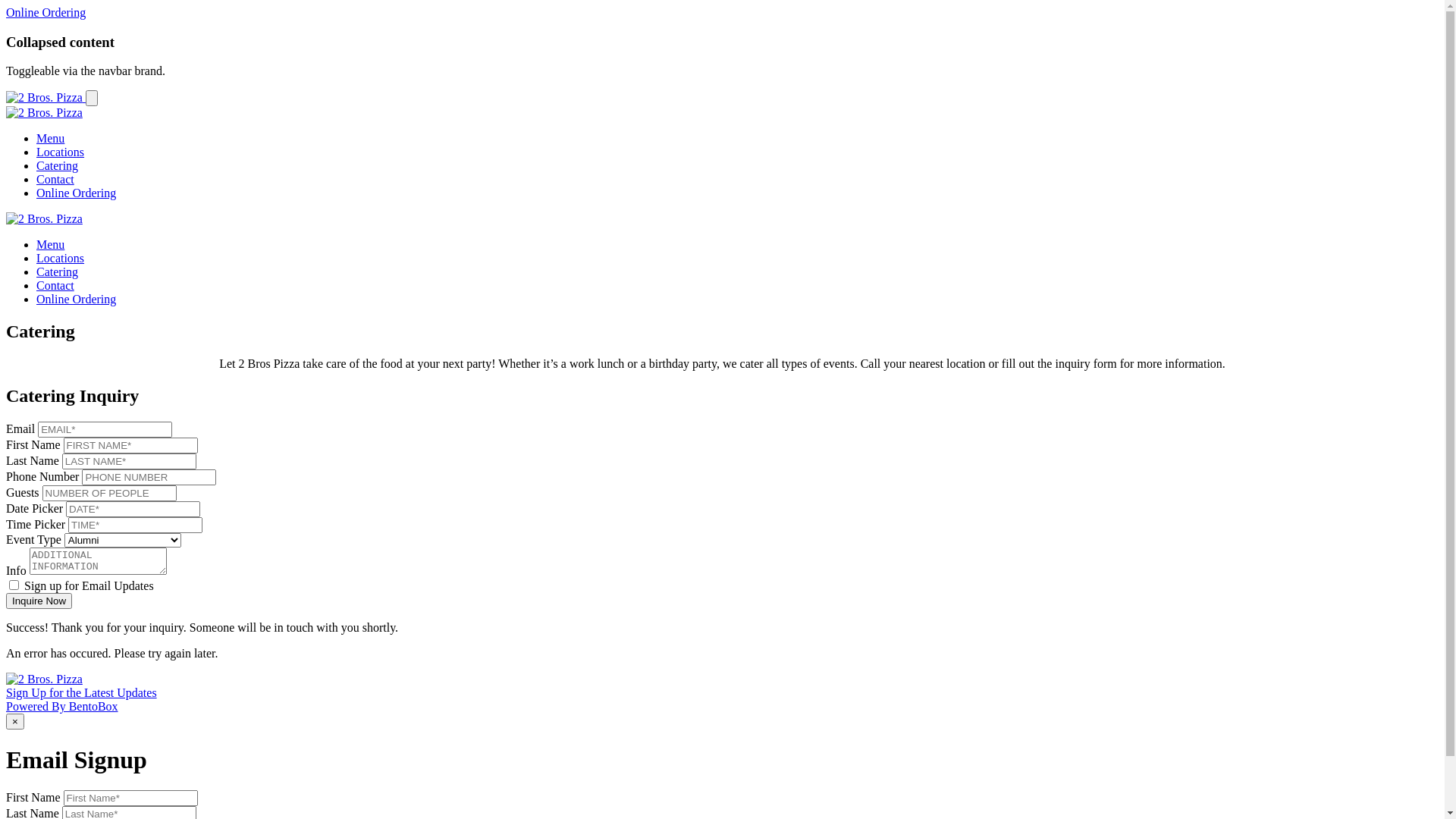 The height and width of the screenshot is (819, 1456). Describe the element at coordinates (61, 706) in the screenshot. I see `'Powered By BentoBox'` at that location.